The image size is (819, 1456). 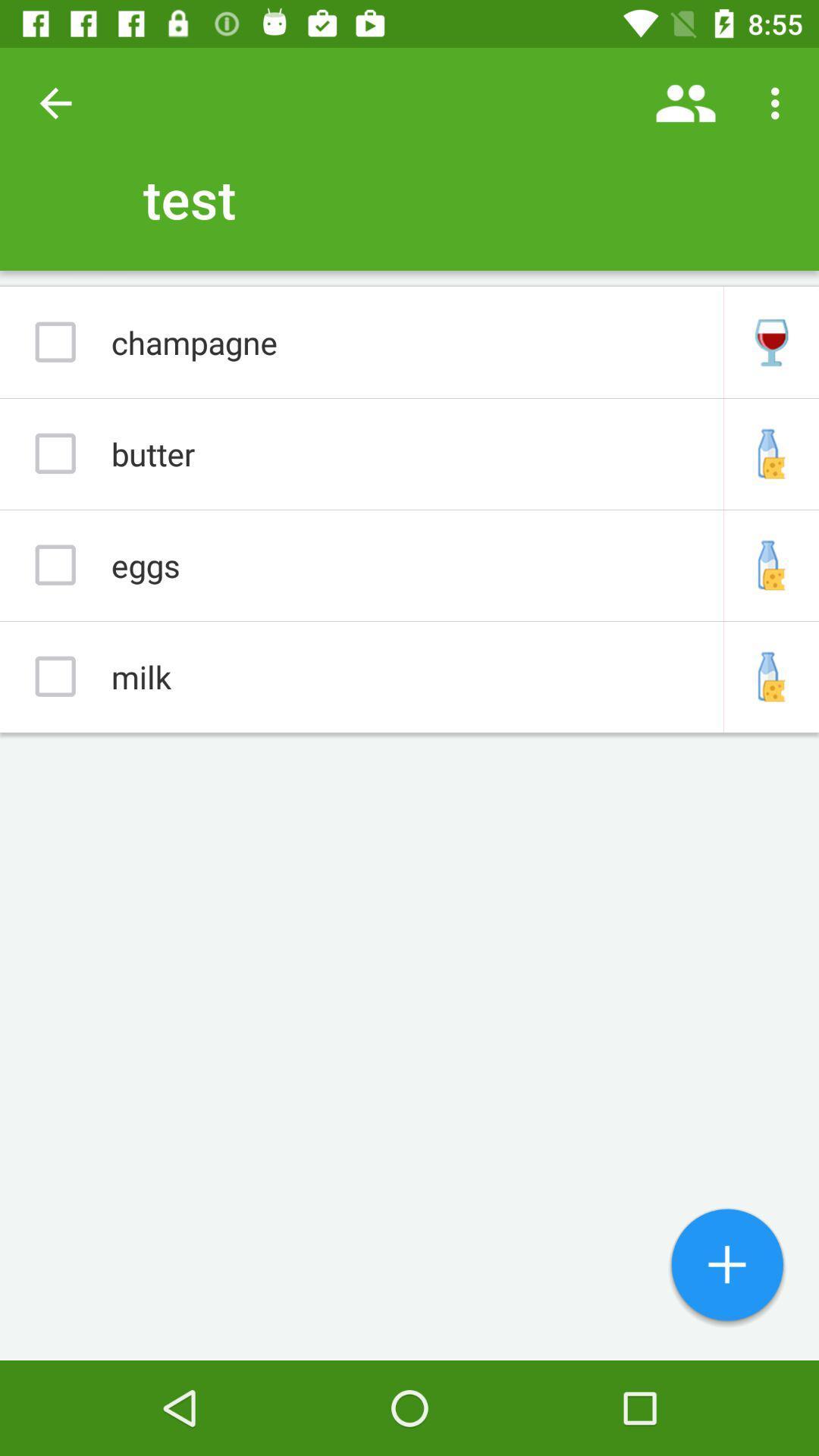 What do you see at coordinates (771, 341) in the screenshot?
I see `symbol which is on right to champagne` at bounding box center [771, 341].